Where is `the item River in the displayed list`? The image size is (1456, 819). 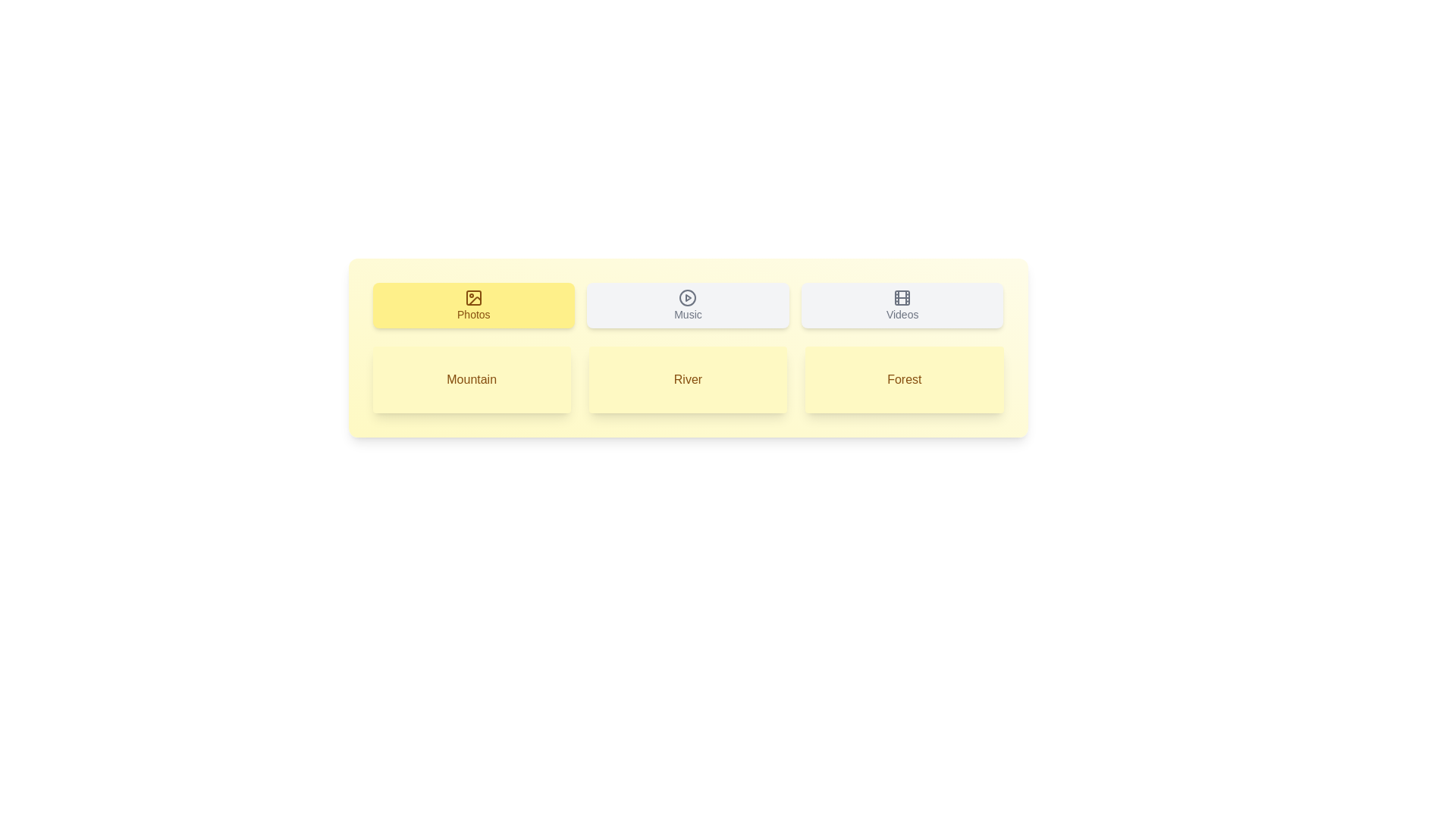
the item River in the displayed list is located at coordinates (687, 379).